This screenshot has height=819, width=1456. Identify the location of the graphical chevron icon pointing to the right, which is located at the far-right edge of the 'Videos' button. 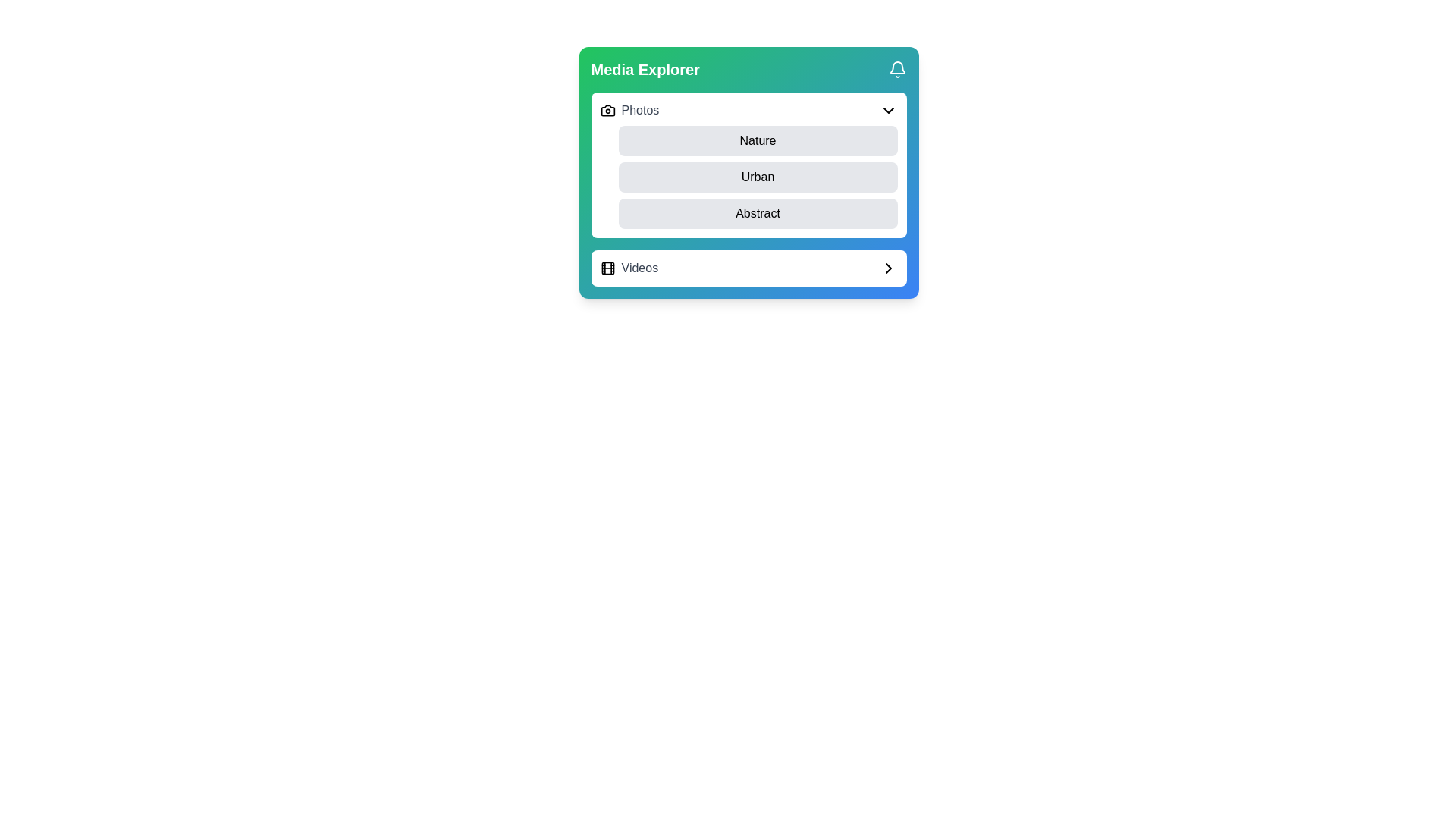
(888, 268).